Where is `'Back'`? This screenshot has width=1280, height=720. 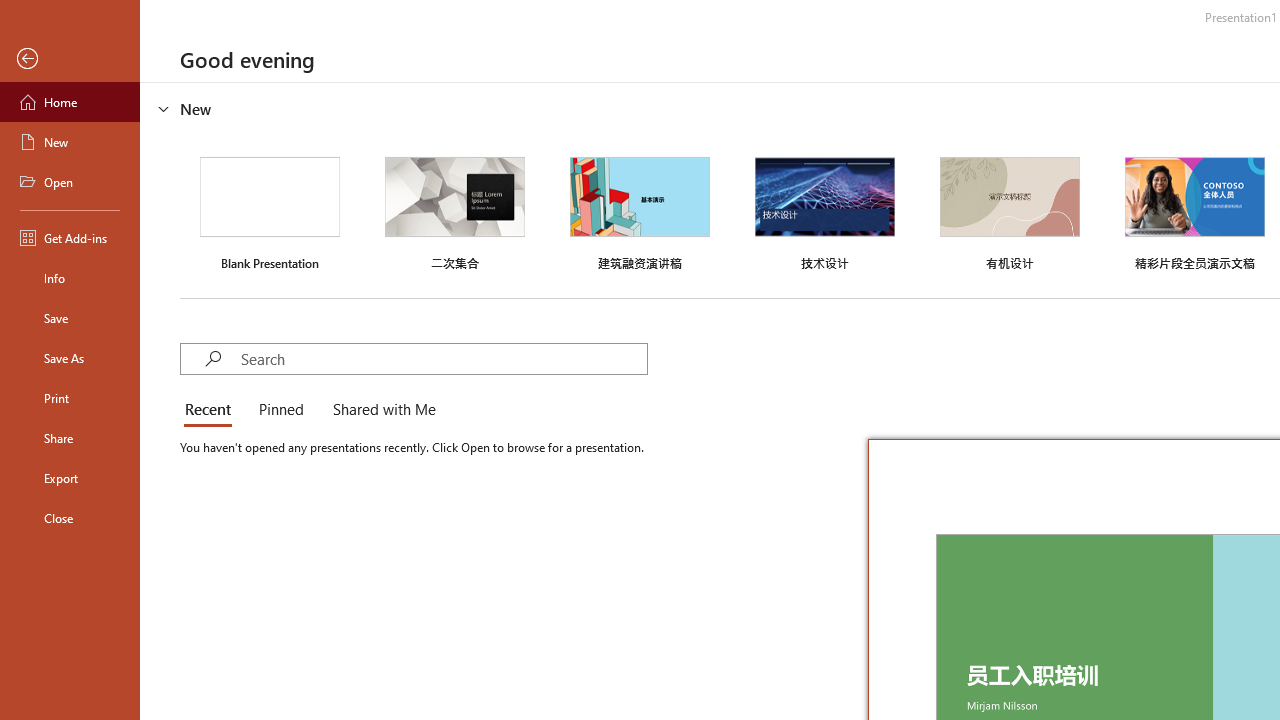 'Back' is located at coordinates (69, 58).